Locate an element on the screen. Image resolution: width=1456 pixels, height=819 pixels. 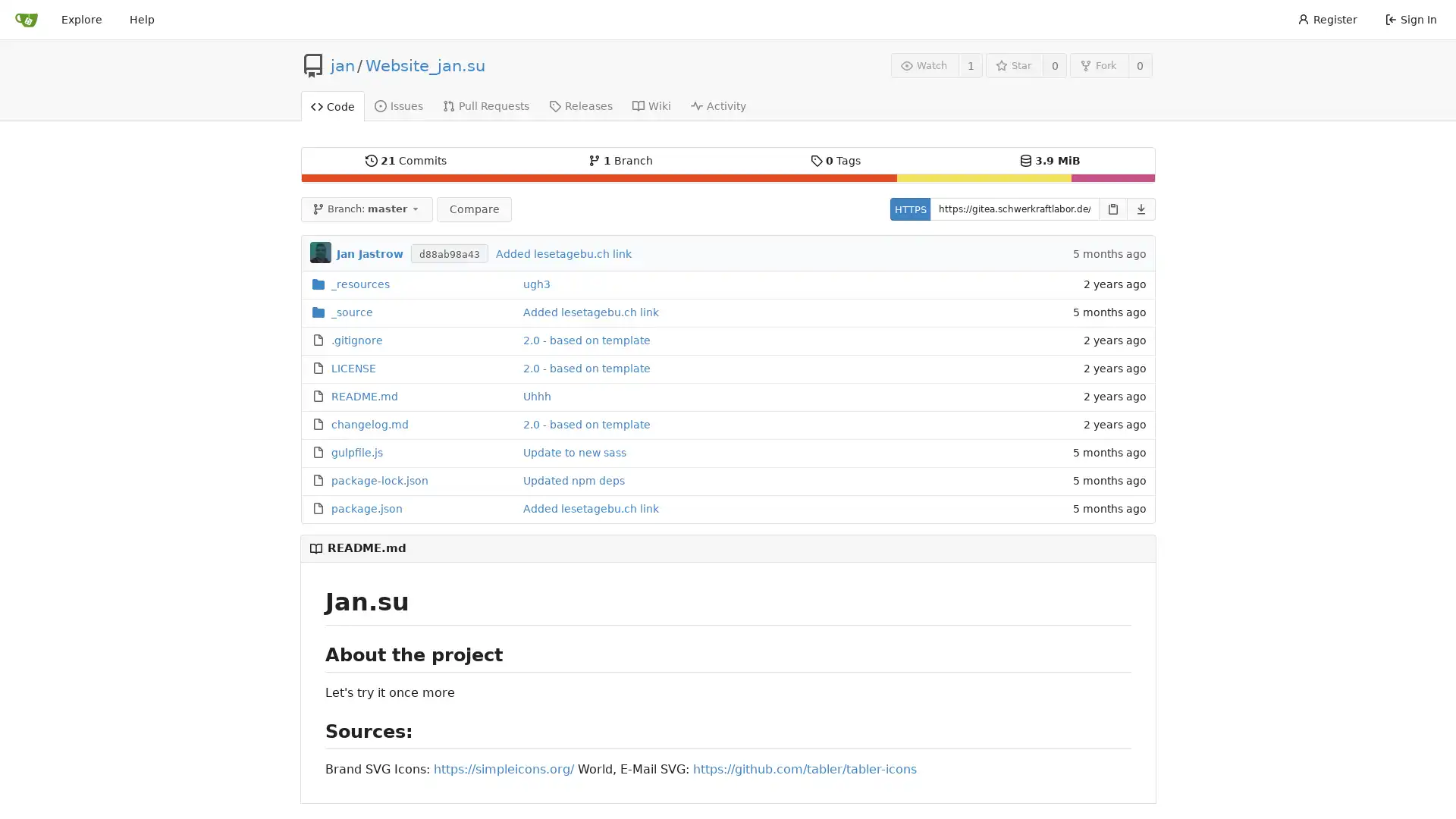
Compare is located at coordinates (472, 209).